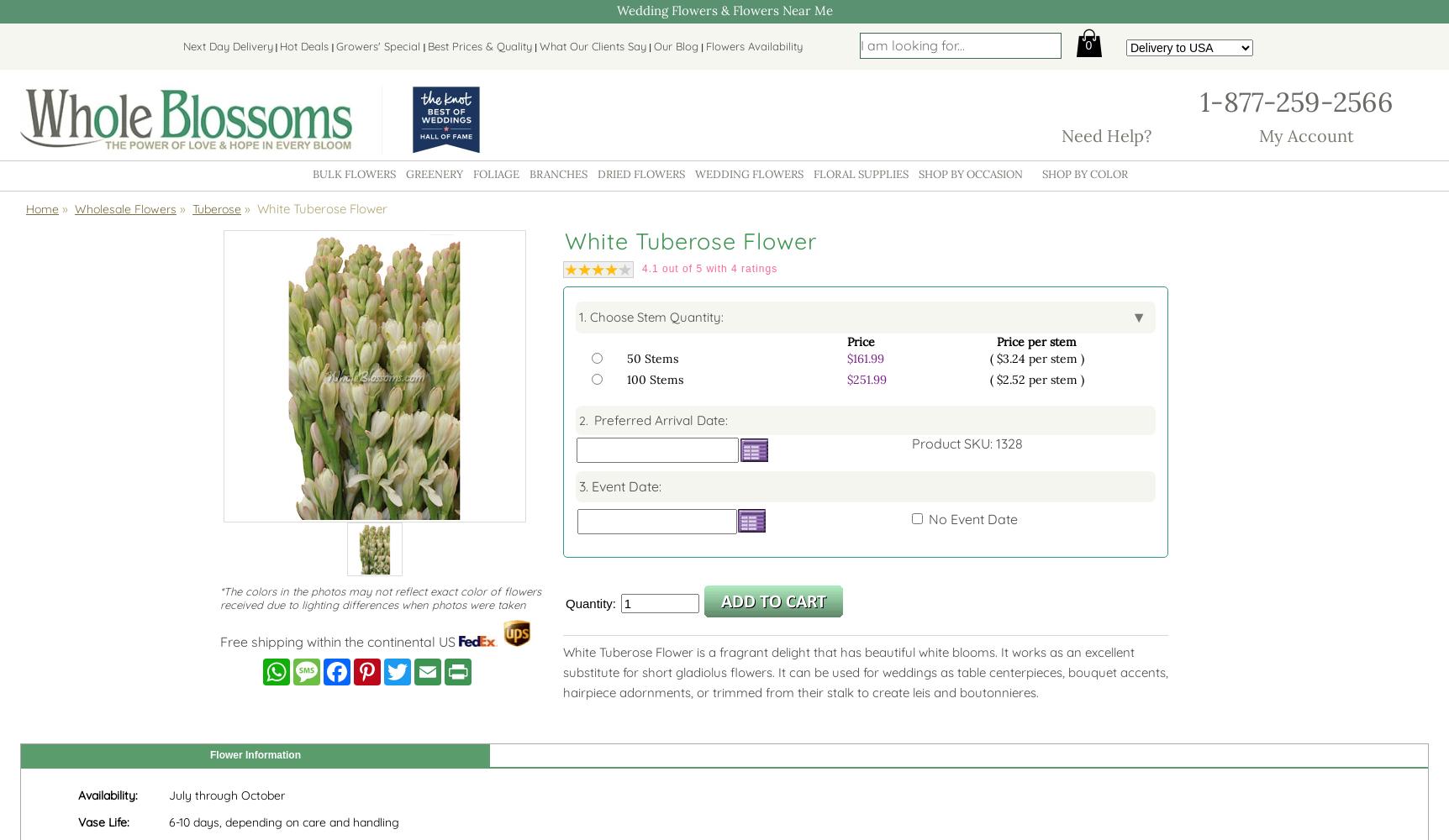 This screenshot has height=840, width=1449. What do you see at coordinates (865, 671) in the screenshot?
I see `'White Tuberose Flower is a fragrant delight that has beautiful white blooms. It works as an excellent substitute for short gladiolus flowers. It can be used for weddings as table centerpieces, bouquet accents, hairpiece adornments, or trimmed from their stalk to create leis and boutonnieres.'` at bounding box center [865, 671].